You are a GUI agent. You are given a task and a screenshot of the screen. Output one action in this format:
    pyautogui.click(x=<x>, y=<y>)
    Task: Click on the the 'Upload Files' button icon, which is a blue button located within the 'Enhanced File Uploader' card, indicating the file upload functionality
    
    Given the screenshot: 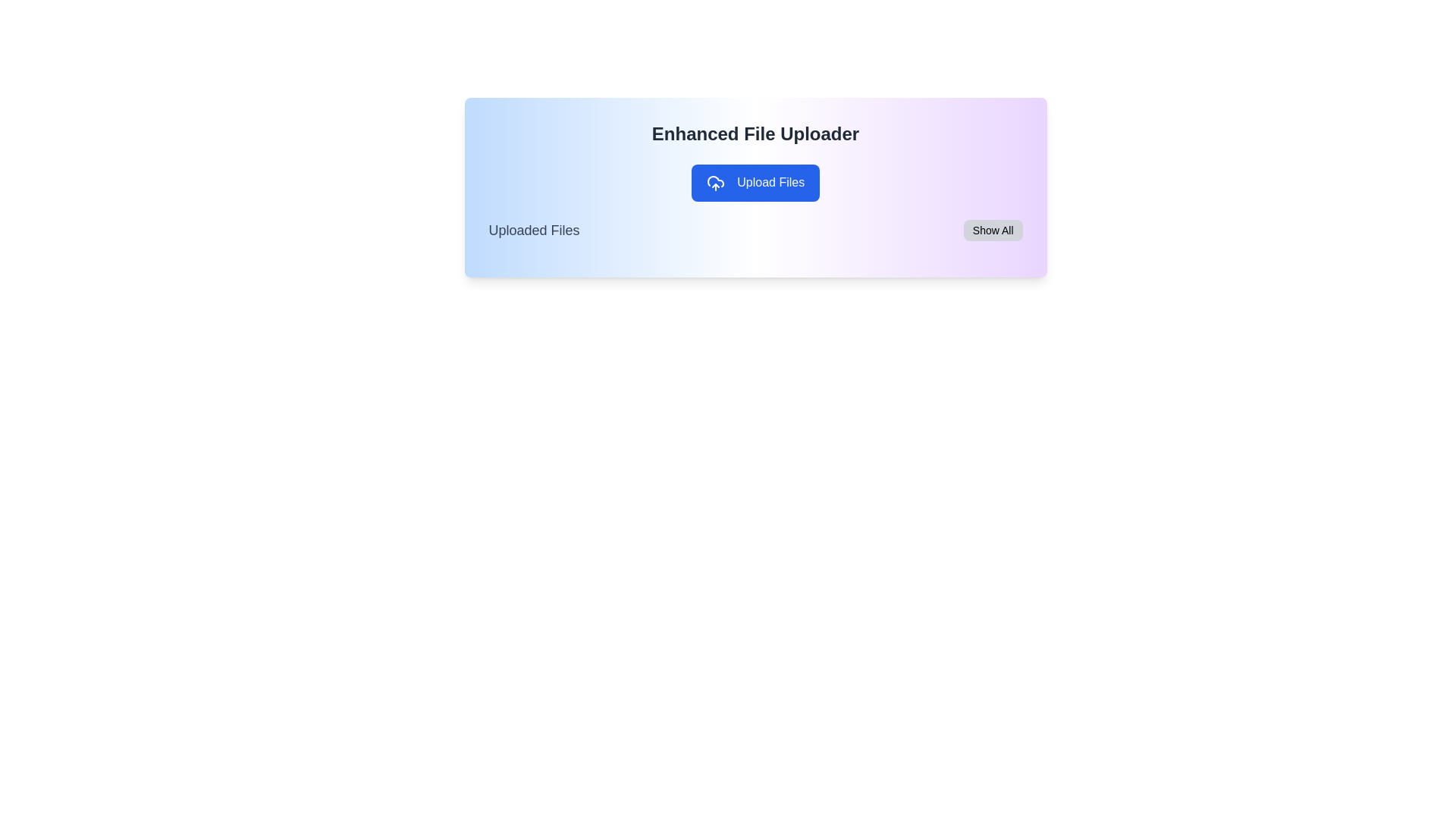 What is the action you would take?
    pyautogui.click(x=714, y=182)
    